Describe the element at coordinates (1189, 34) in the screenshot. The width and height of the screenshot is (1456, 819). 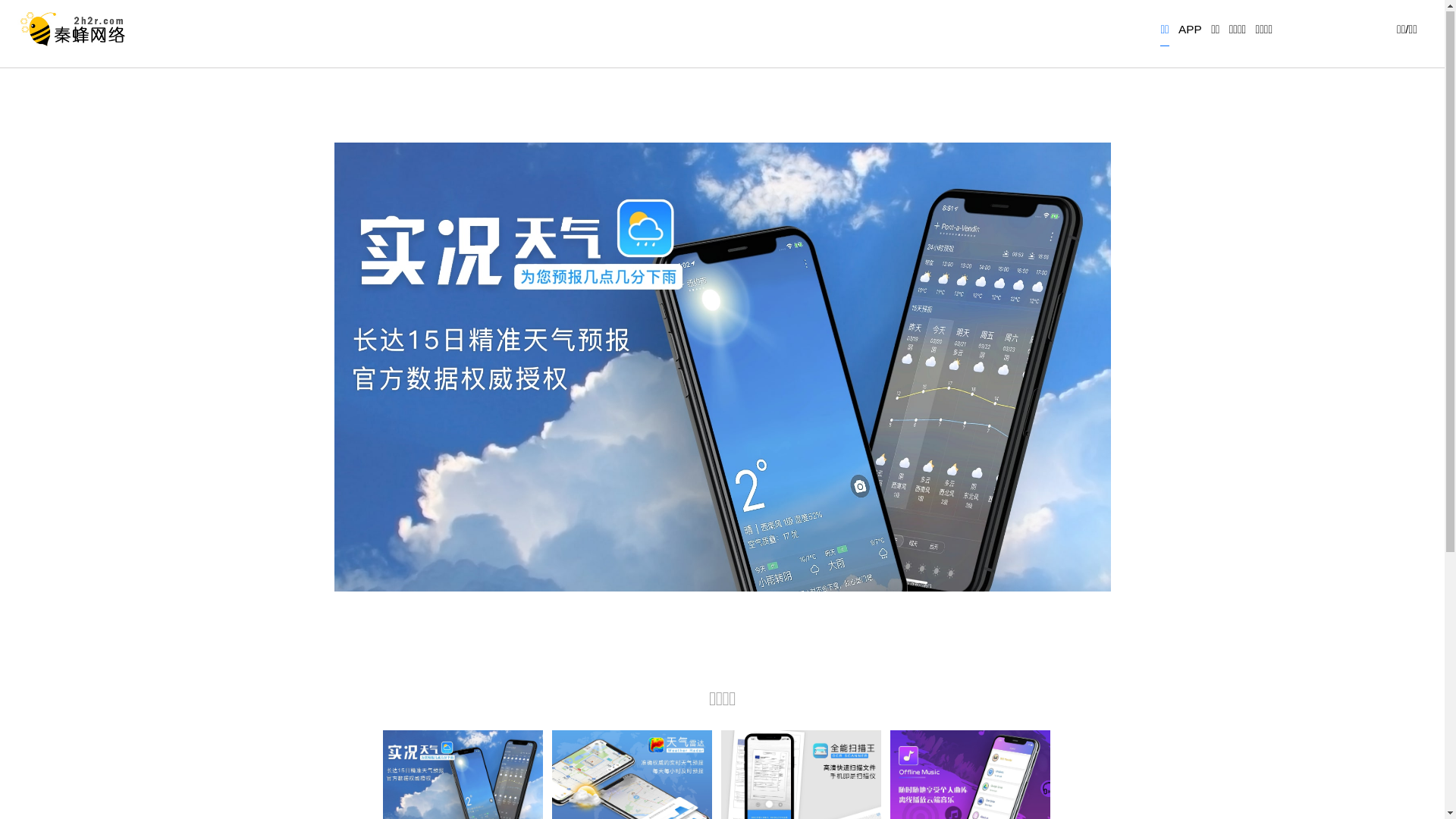
I see `'APP'` at that location.